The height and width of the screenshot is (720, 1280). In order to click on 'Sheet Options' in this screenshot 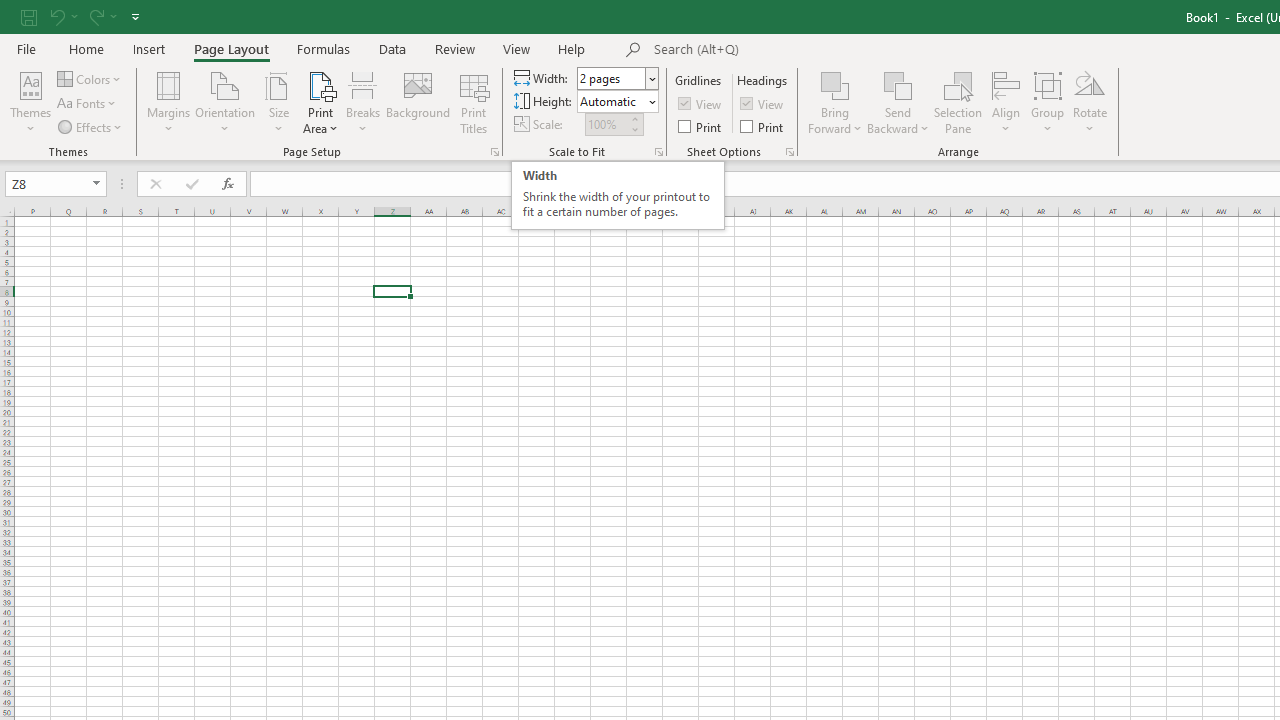, I will do `click(788, 150)`.